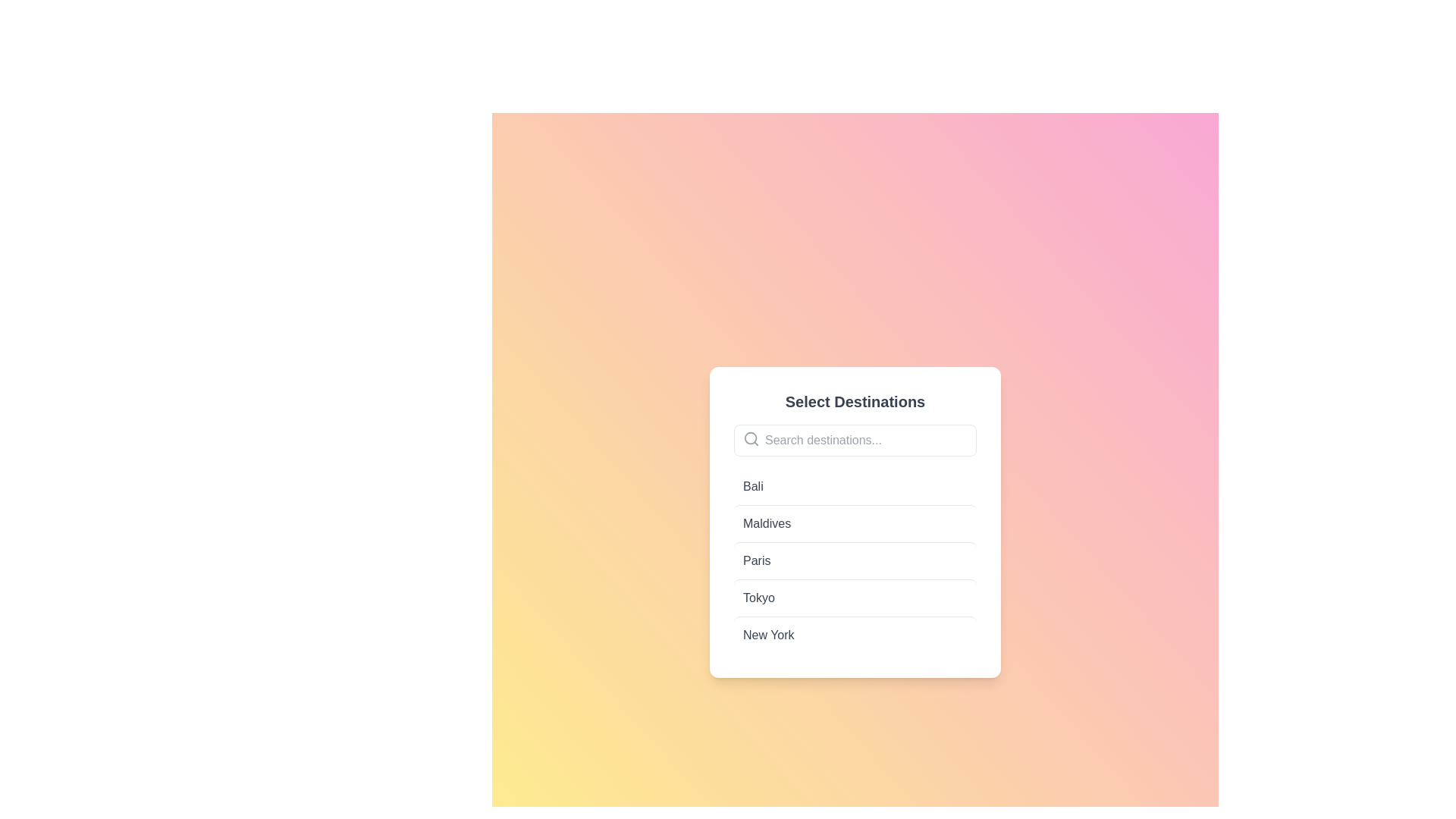 Image resolution: width=1456 pixels, height=819 pixels. Describe the element at coordinates (757, 561) in the screenshot. I see `the text label displaying 'Paris', which is styled with a medium font weight and gray color, located within a list under the header 'Select Destinations'` at that location.